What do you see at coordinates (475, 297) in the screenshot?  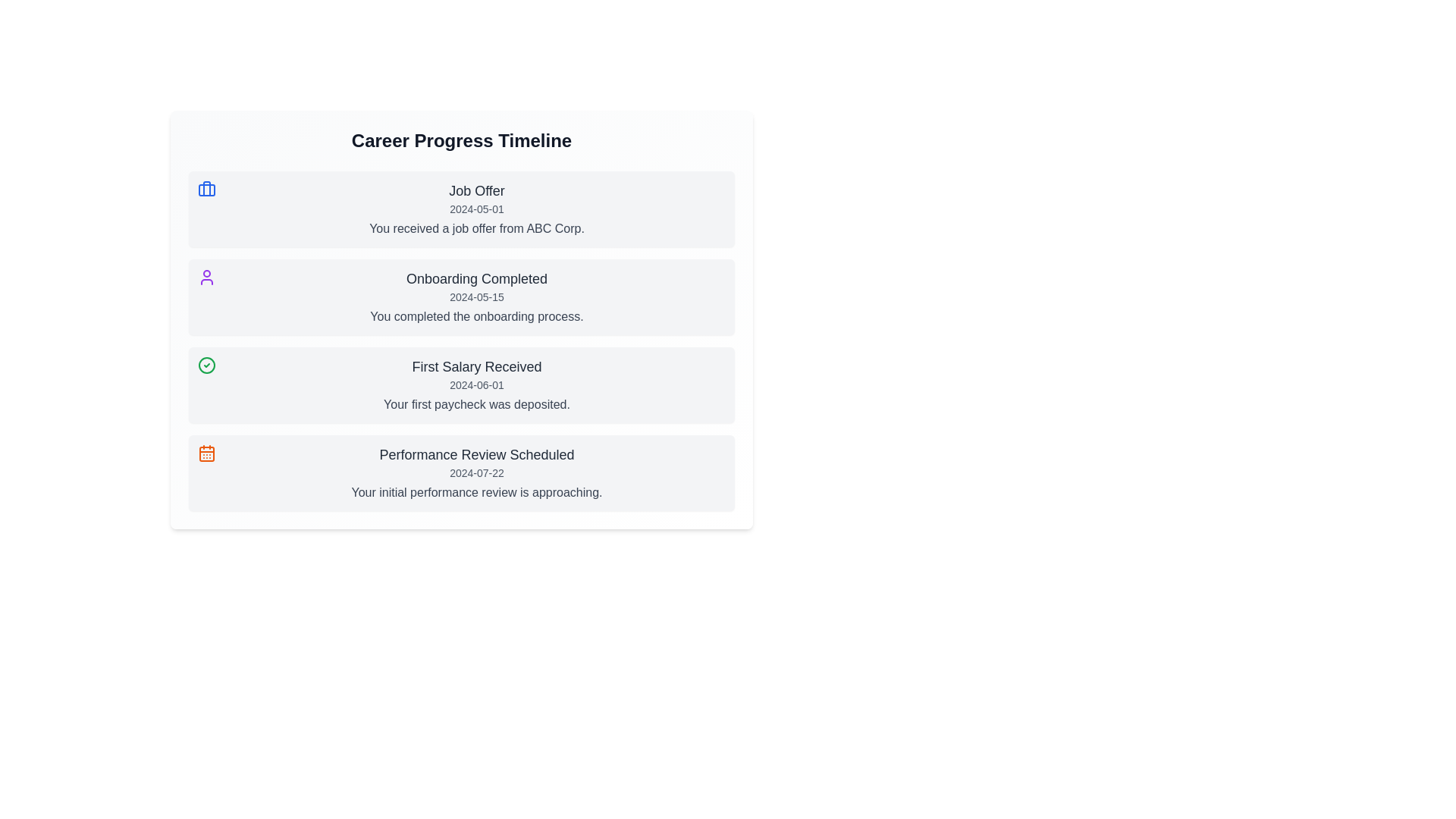 I see `displayed information from the Informational card located in the second position of the 'Career Progress Timeline' section, which is directly below 'Job Offer' and above 'First Salary Received.'` at bounding box center [475, 297].